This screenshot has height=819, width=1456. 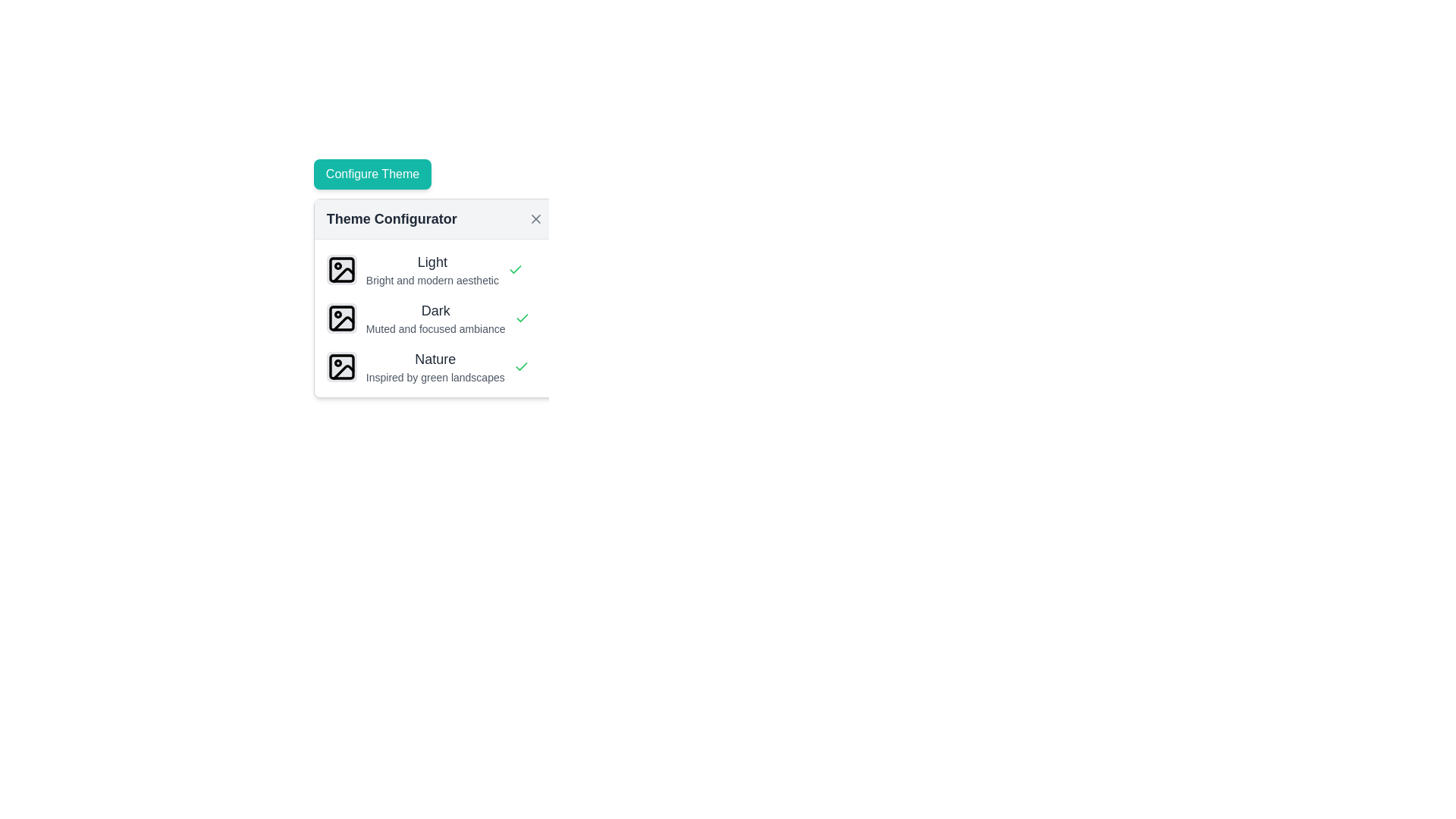 I want to click on the descriptive title text label for the 'Theme Configurator' panel, which is centrally positioned in the header area and located to the left of the close button, so click(x=391, y=219).